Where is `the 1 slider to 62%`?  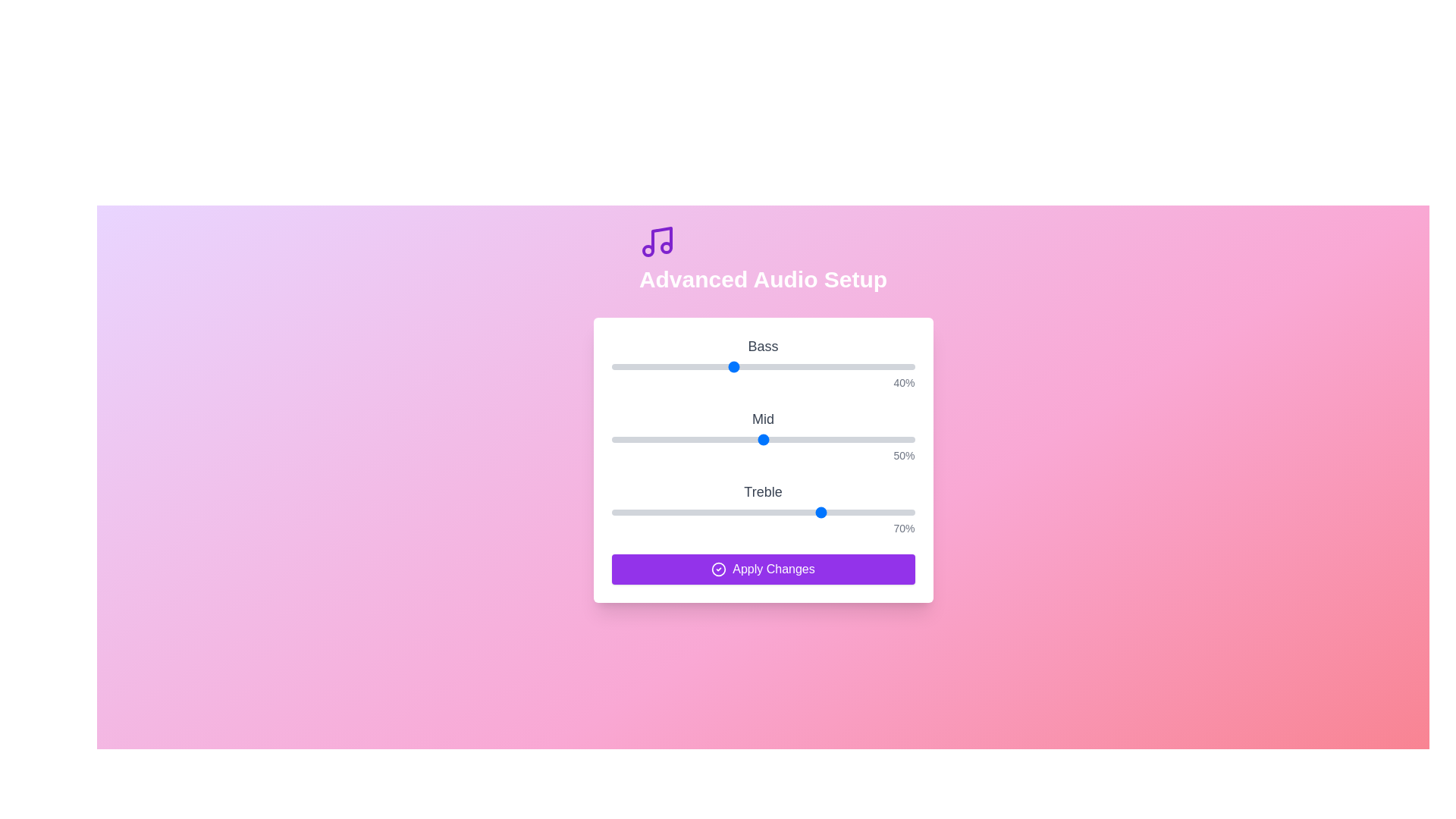
the 1 slider to 62% is located at coordinates (799, 439).